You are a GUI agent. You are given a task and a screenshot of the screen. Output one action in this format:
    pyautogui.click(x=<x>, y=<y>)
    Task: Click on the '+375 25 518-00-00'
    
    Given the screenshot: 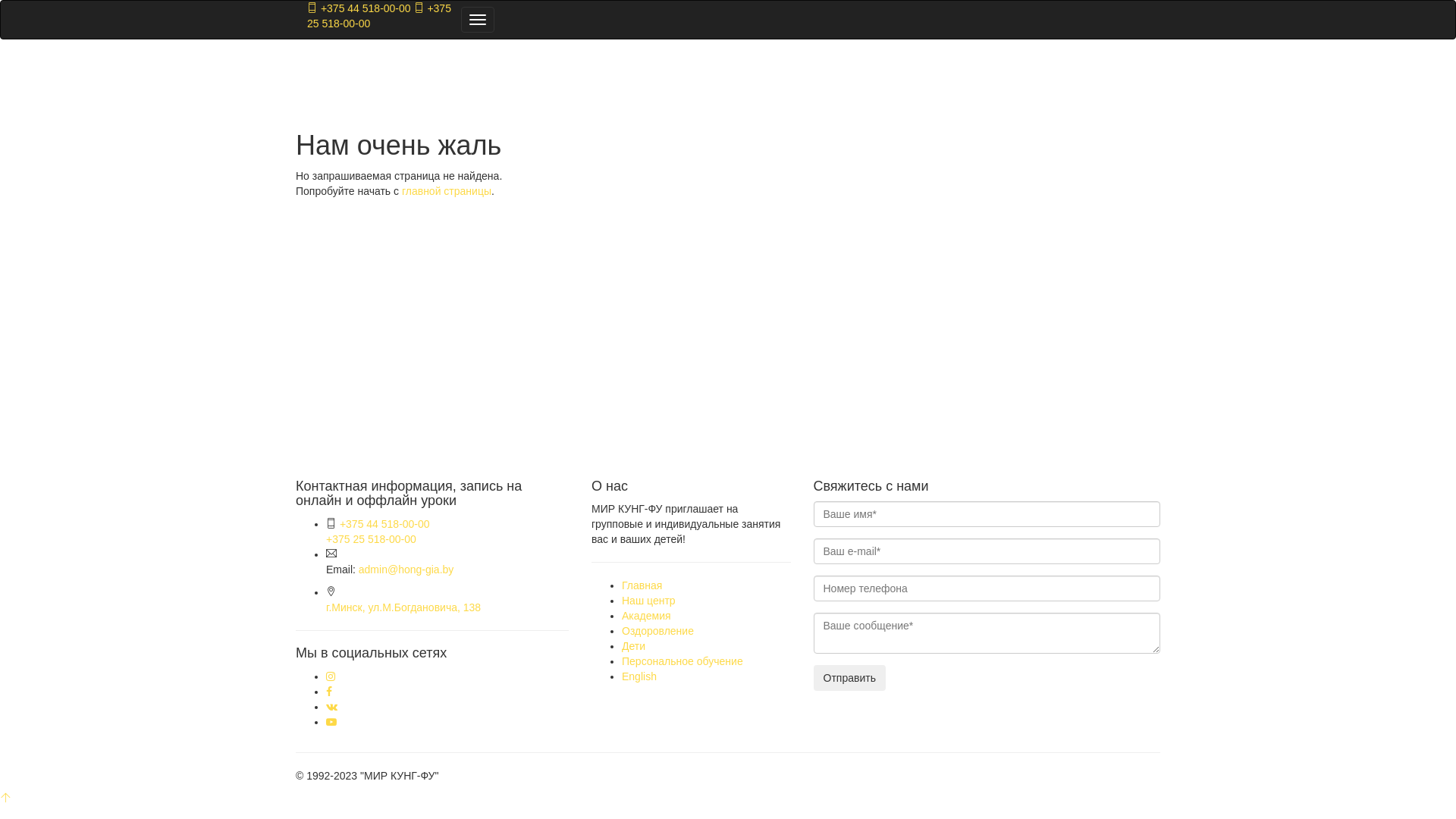 What is the action you would take?
    pyautogui.click(x=378, y=15)
    